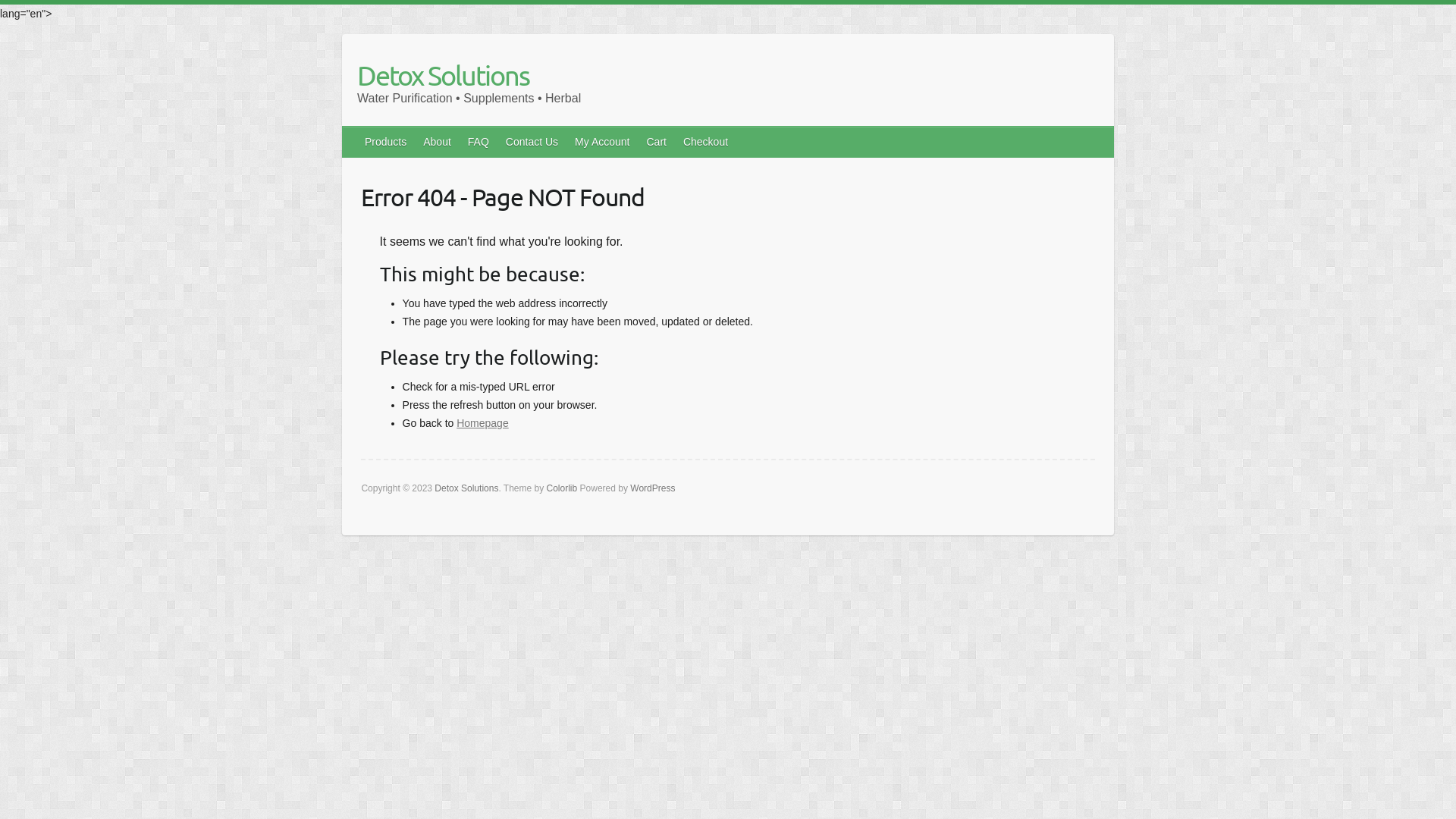 Image resolution: width=1456 pixels, height=819 pixels. What do you see at coordinates (566, 141) in the screenshot?
I see `'My Account'` at bounding box center [566, 141].